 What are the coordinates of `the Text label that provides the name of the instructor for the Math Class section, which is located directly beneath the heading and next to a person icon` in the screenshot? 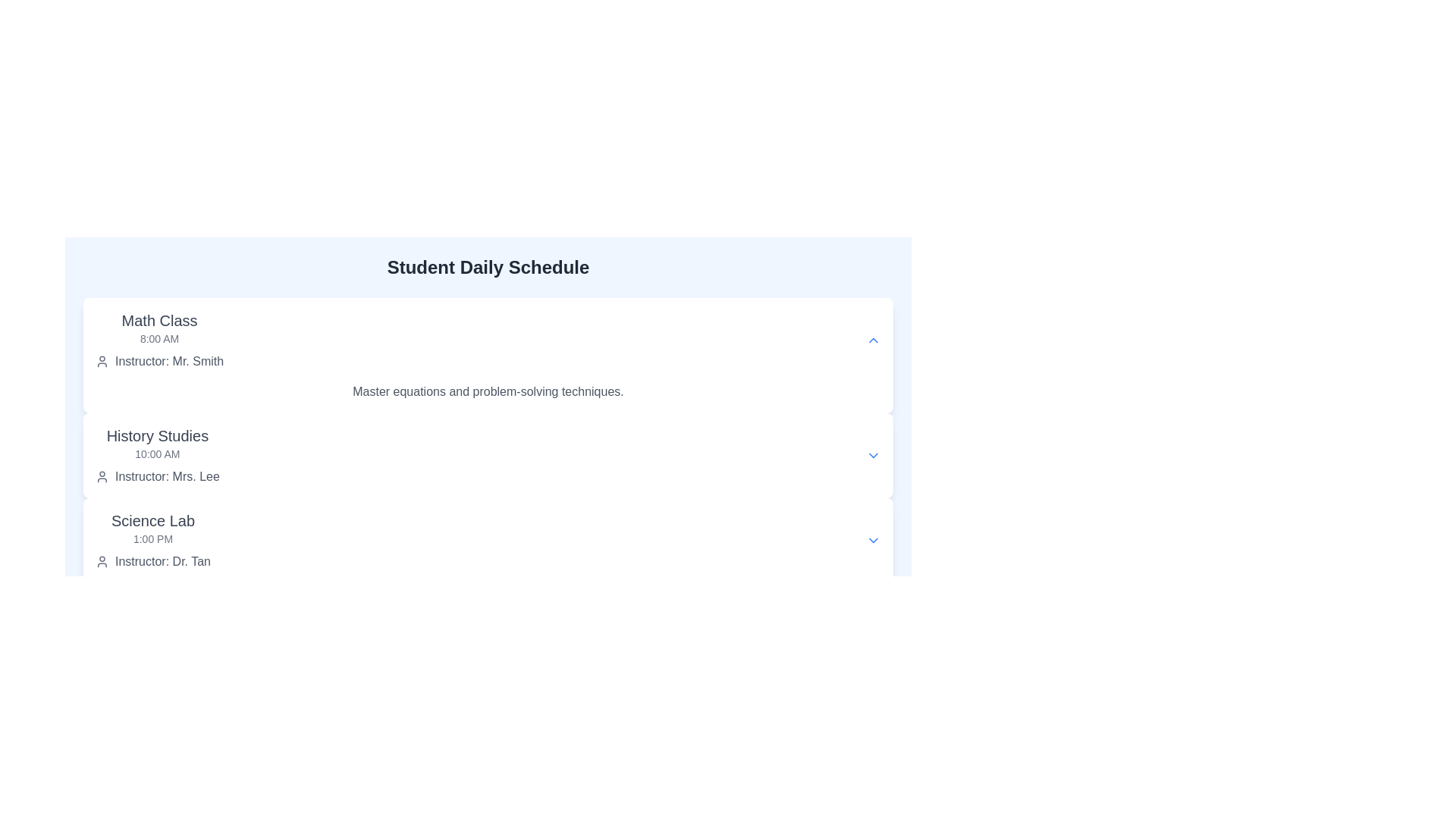 It's located at (169, 362).